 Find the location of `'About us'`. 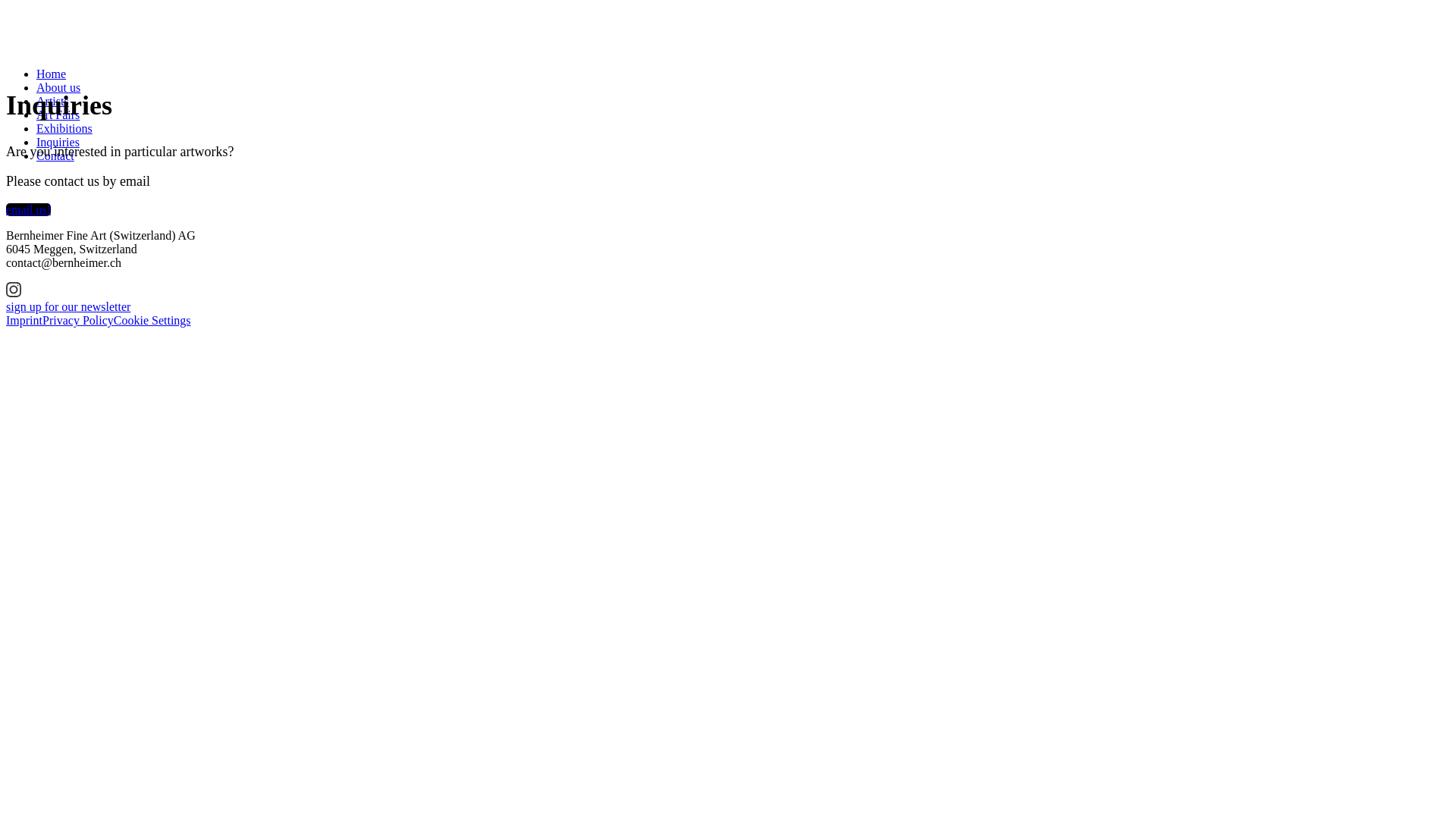

'About us' is located at coordinates (58, 87).